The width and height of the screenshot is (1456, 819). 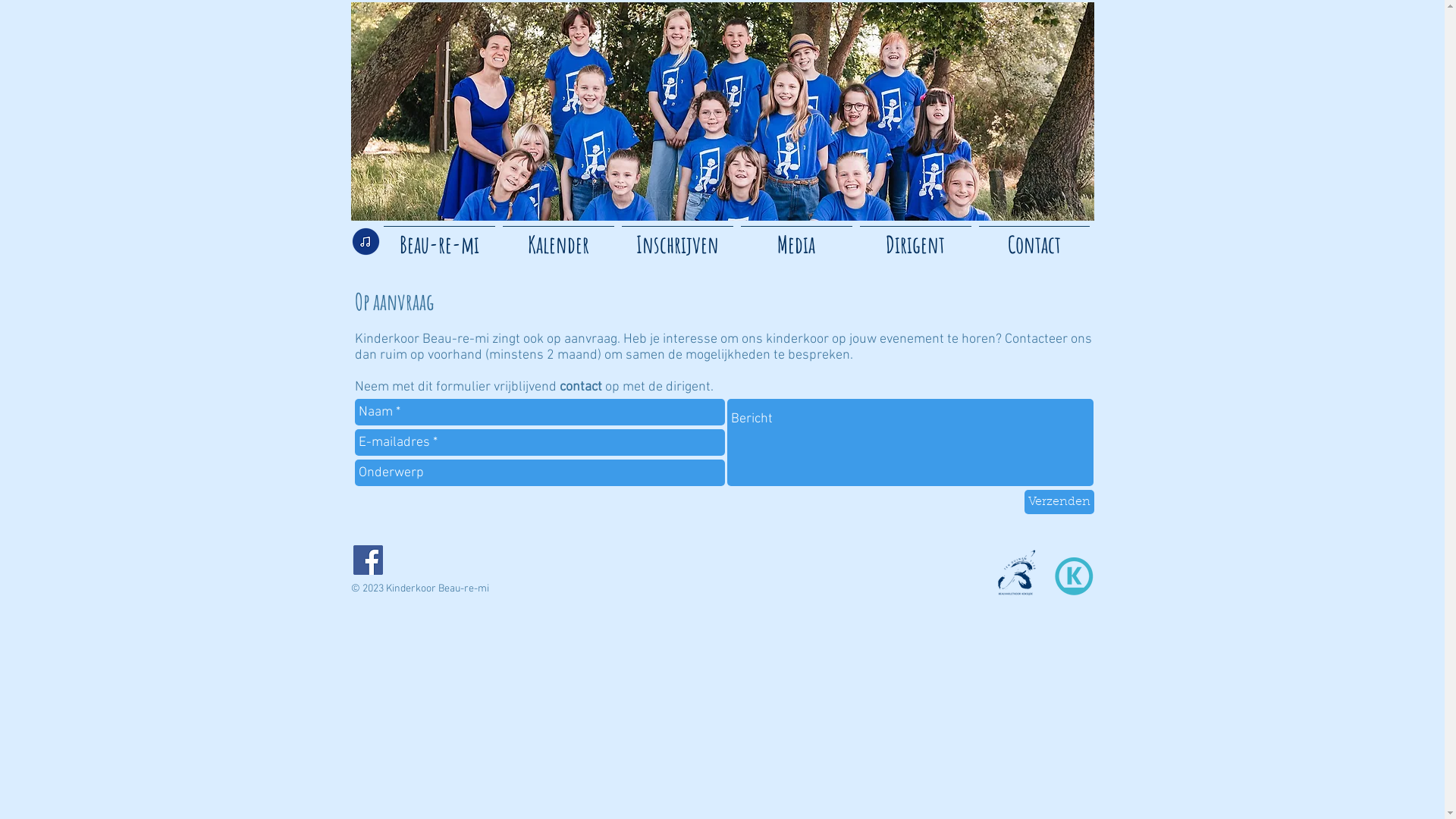 What do you see at coordinates (676, 237) in the screenshot?
I see `'Inschrijven'` at bounding box center [676, 237].